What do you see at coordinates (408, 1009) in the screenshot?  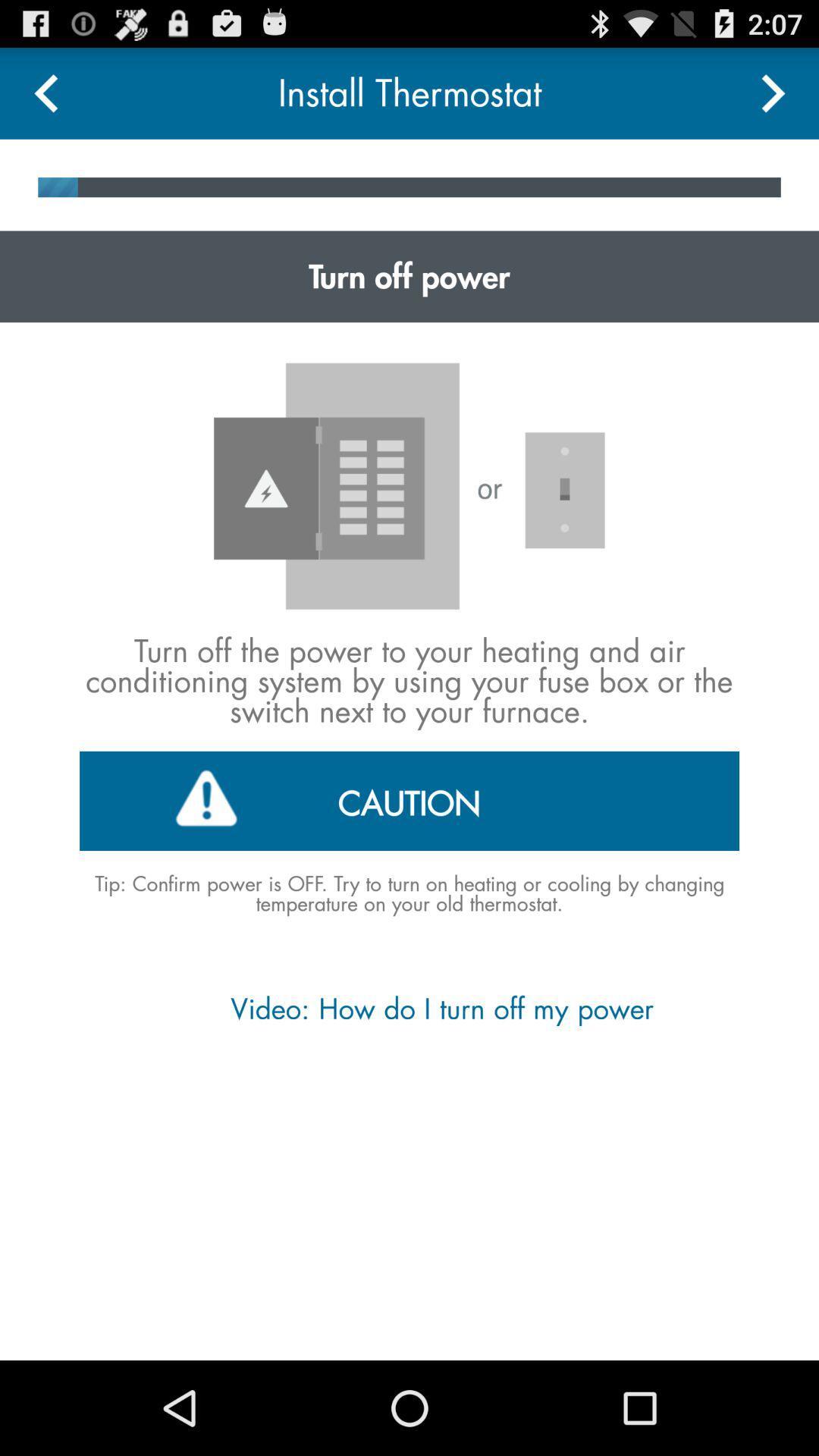 I see `the video how do app` at bounding box center [408, 1009].